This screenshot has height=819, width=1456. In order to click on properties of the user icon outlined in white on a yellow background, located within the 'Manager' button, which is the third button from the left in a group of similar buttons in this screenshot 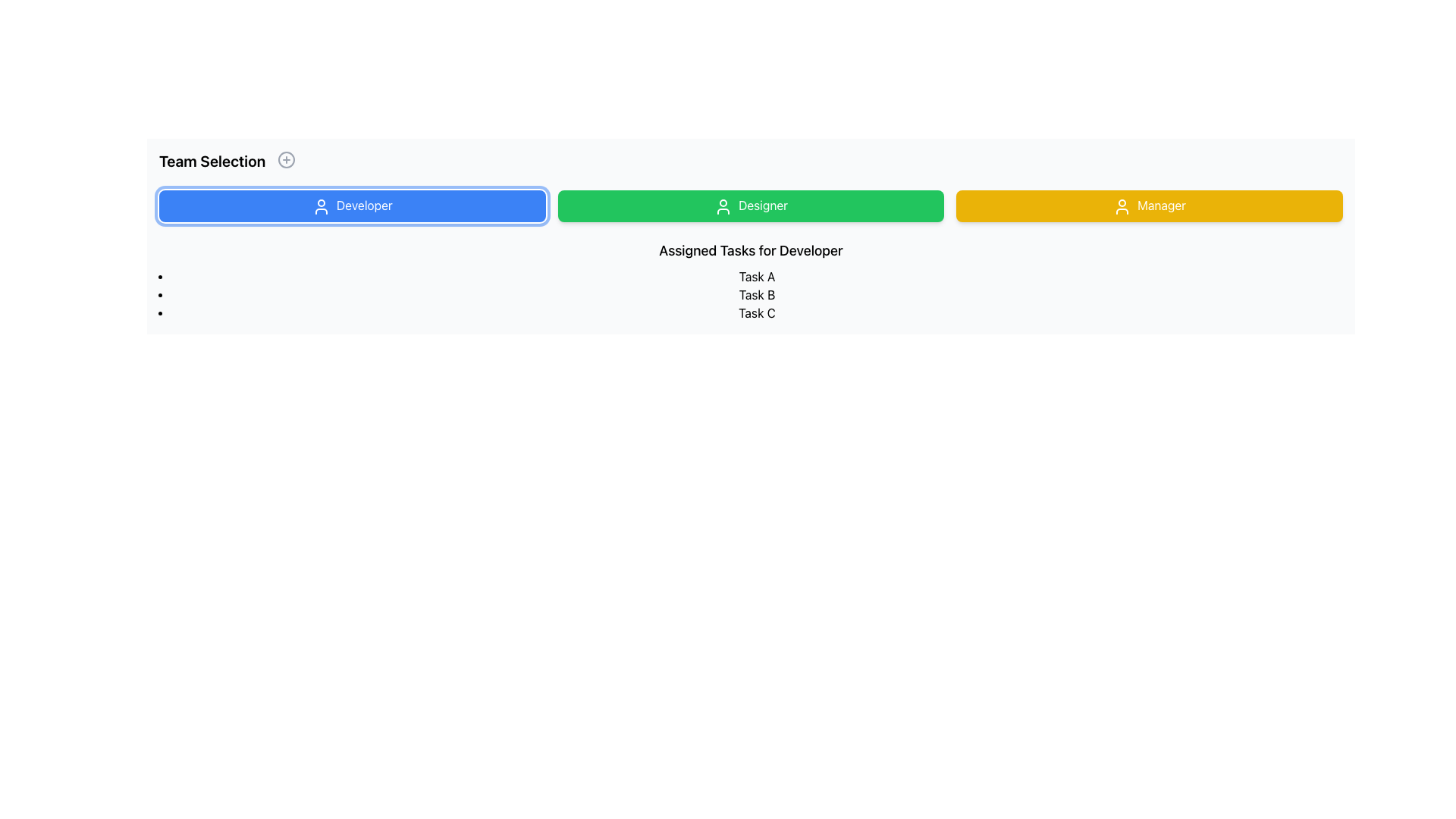, I will do `click(1122, 206)`.